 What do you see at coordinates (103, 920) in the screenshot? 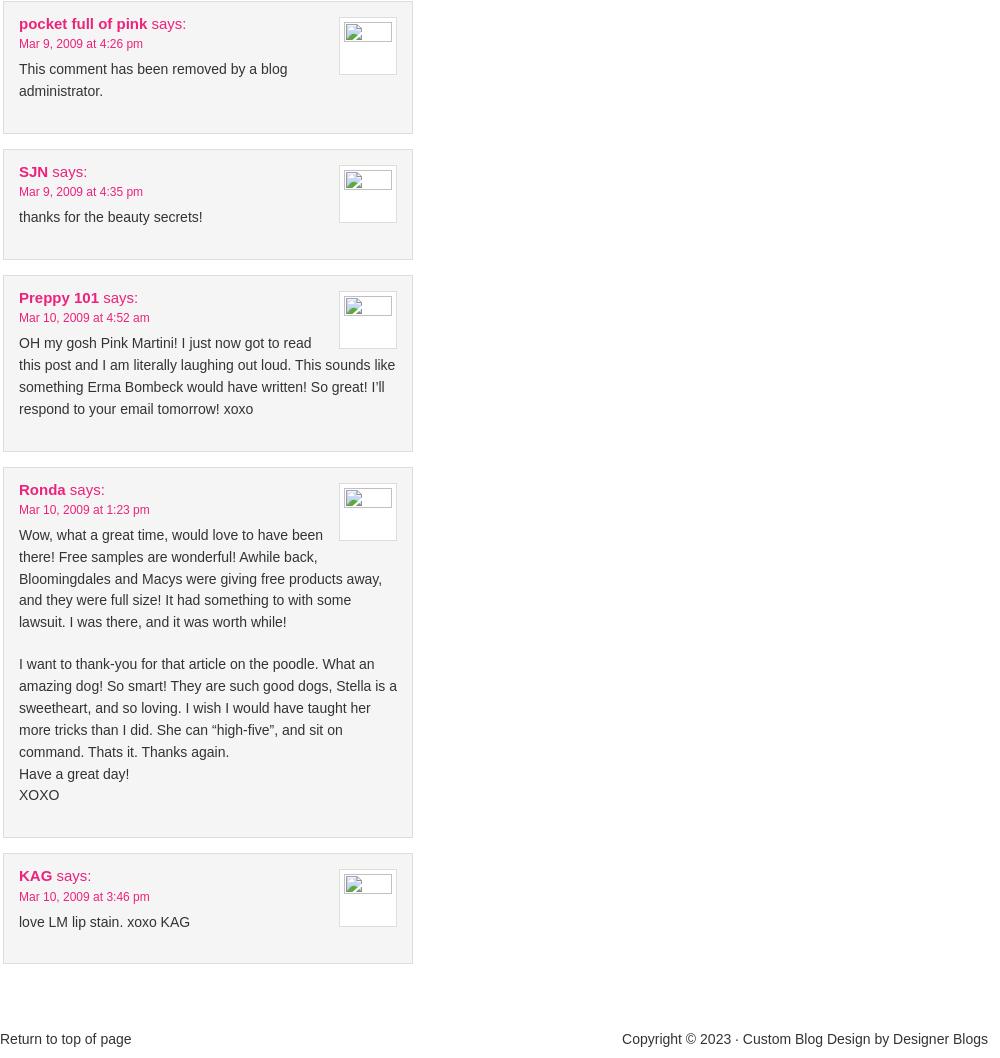
I see `'love LM lip stain. xoxo KAG'` at bounding box center [103, 920].